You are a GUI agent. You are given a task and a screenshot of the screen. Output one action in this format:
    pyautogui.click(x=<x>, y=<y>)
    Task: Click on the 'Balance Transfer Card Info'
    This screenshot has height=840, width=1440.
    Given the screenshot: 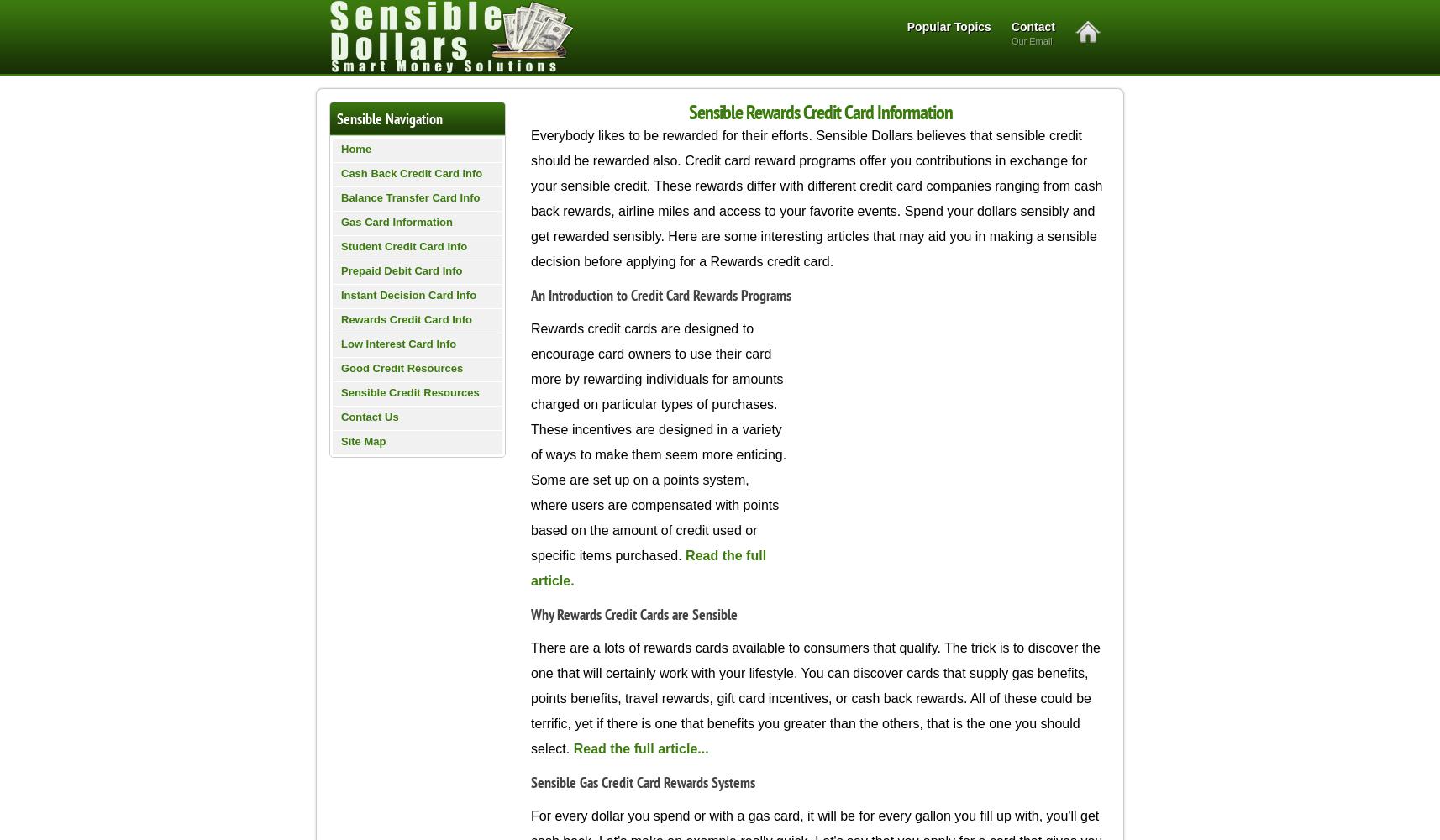 What is the action you would take?
    pyautogui.click(x=410, y=197)
    